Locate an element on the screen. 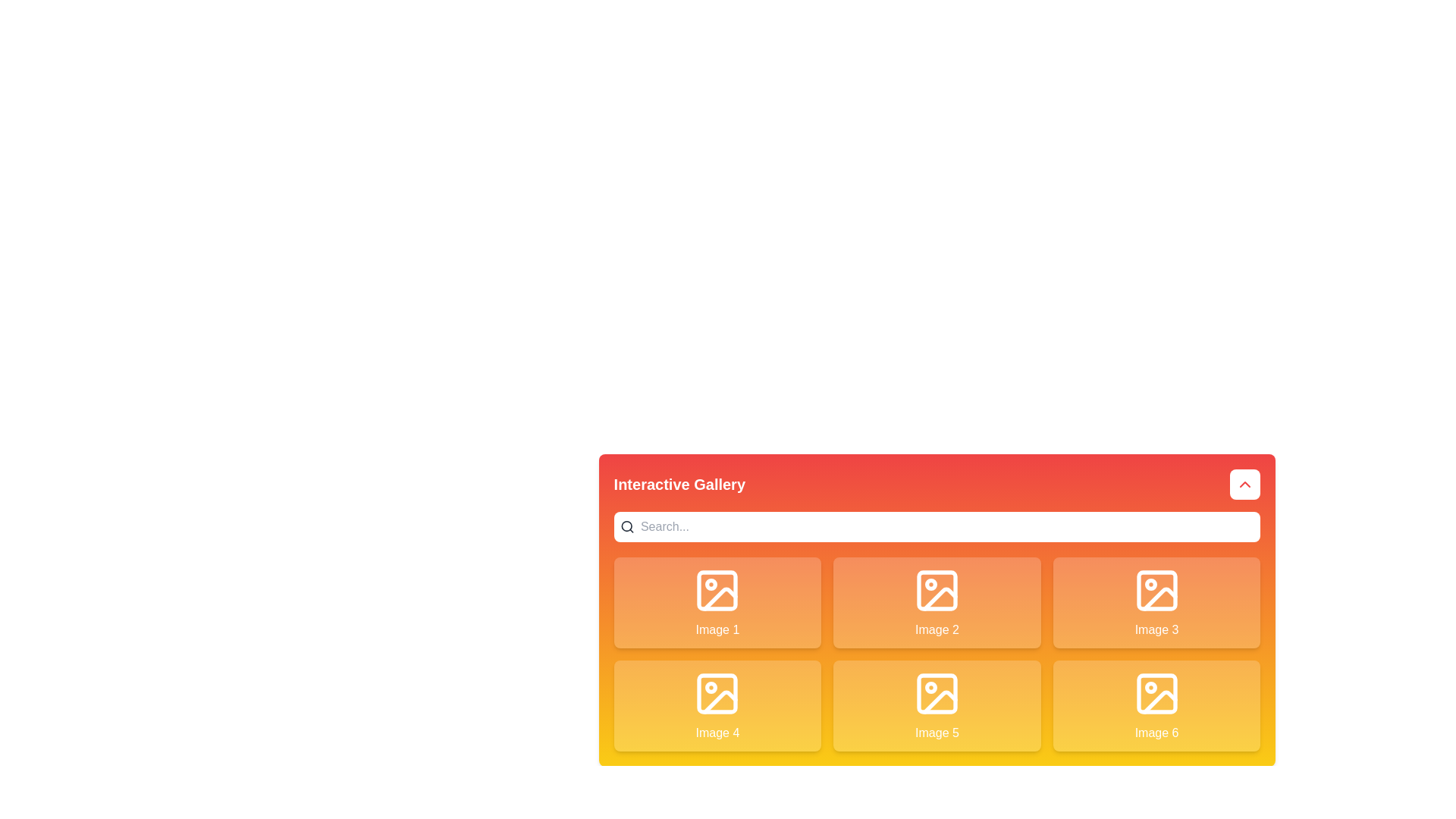 This screenshot has height=819, width=1456. the magnifying glass icon representing search functionality, located at the leftmost side of the horizontal search bar below the title 'Interactive Gallery' is located at coordinates (627, 526).